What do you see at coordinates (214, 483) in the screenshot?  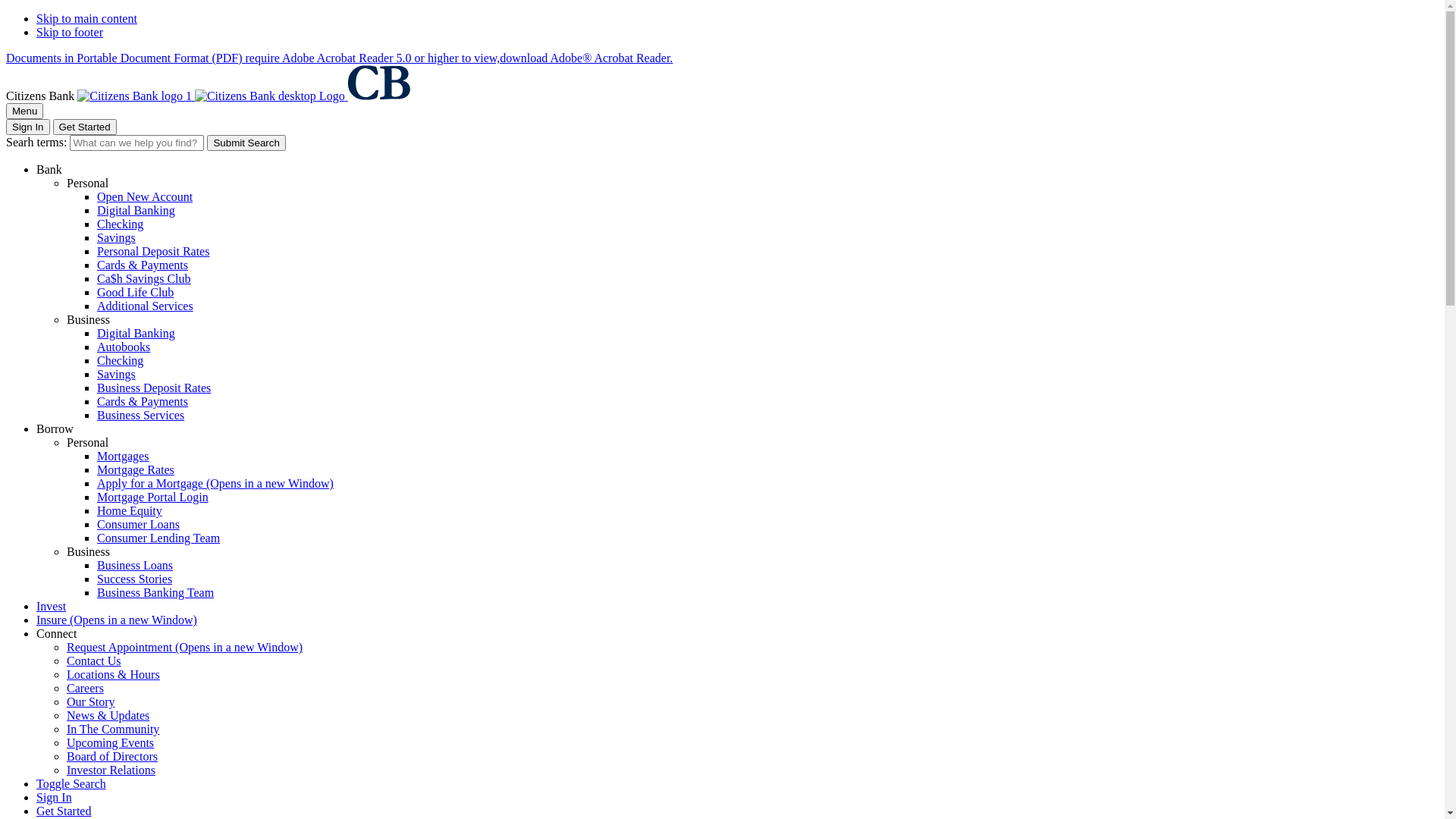 I see `'Apply for a Mortgage (Opens in a new Window)'` at bounding box center [214, 483].